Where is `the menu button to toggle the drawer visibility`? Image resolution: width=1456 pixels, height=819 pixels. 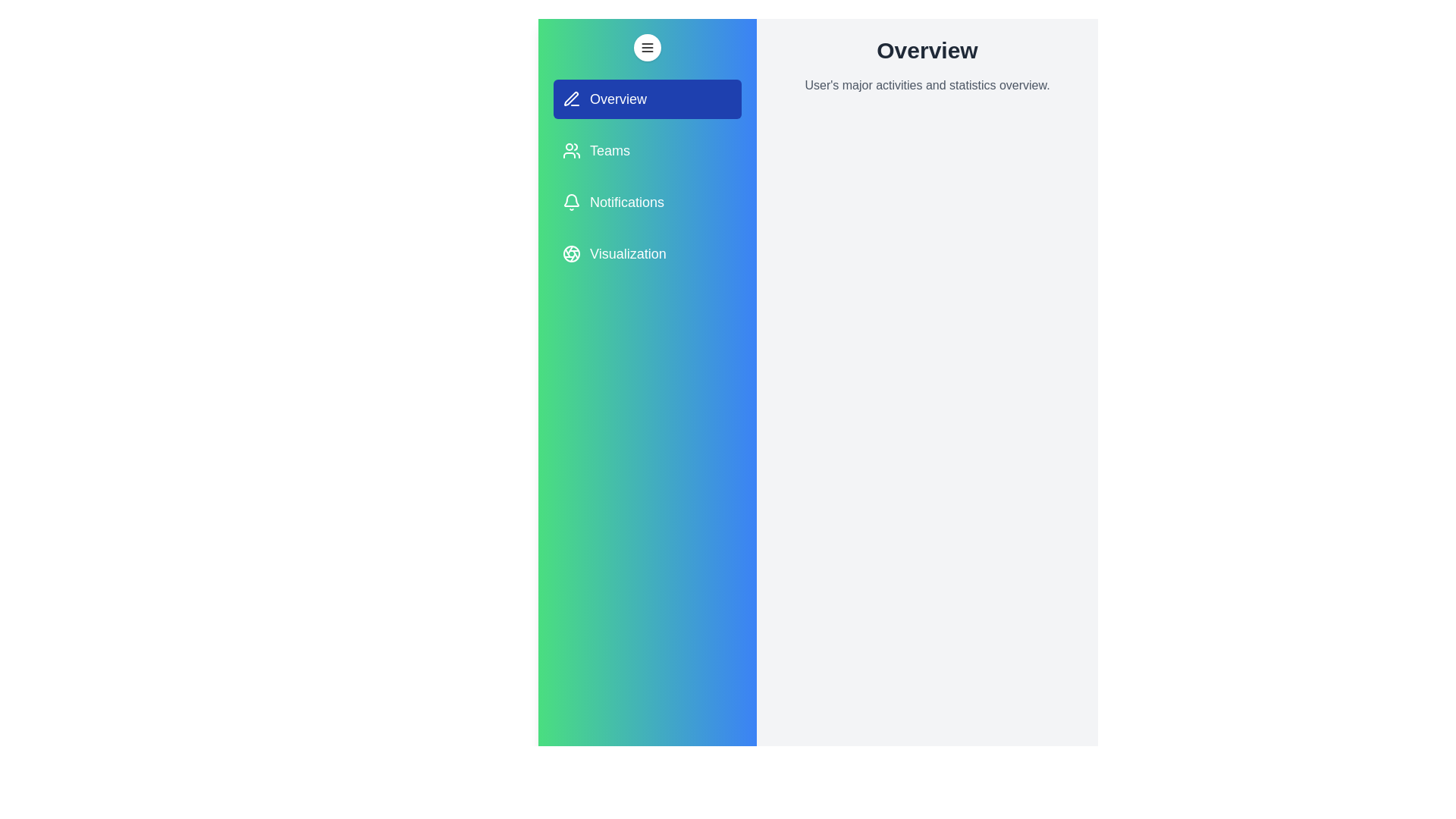
the menu button to toggle the drawer visibility is located at coordinates (648, 46).